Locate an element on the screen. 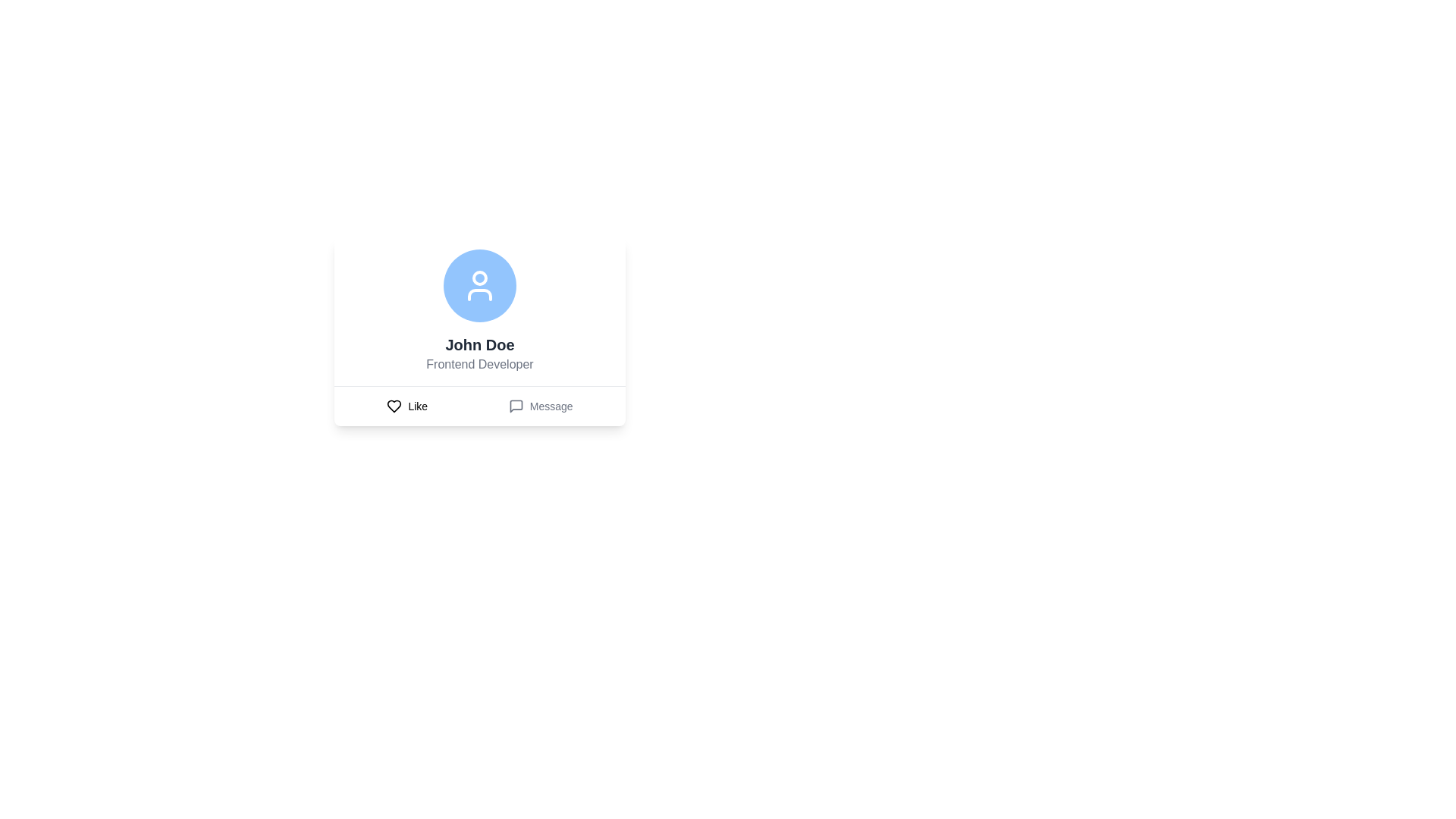 The width and height of the screenshot is (1456, 819). the user profile avatar icon located at the top section of the card, above the 'John Doe' title is located at coordinates (479, 286).